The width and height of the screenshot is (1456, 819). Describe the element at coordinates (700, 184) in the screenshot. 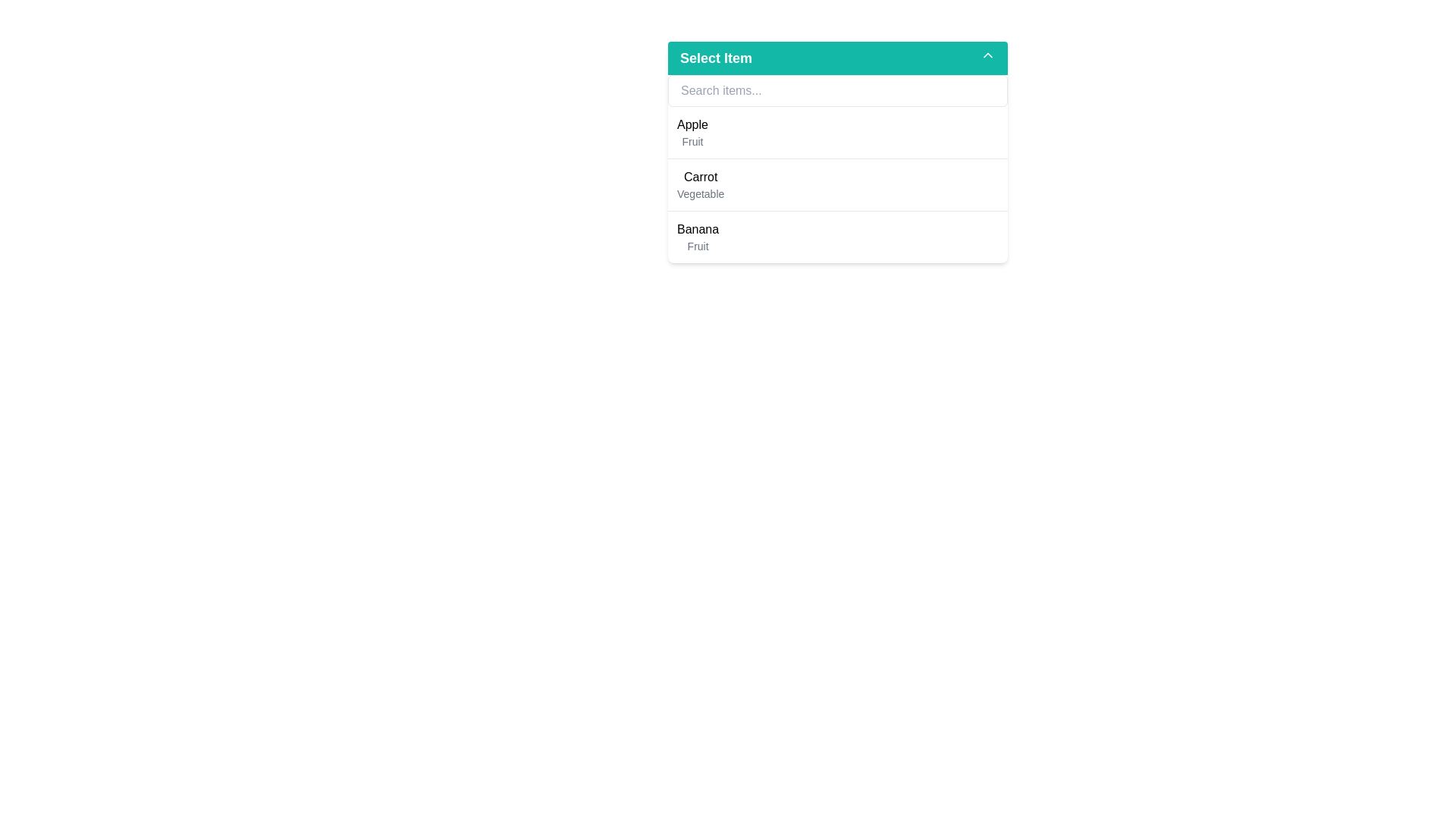

I see `the 'Carrot' option within the dropdown menu` at that location.